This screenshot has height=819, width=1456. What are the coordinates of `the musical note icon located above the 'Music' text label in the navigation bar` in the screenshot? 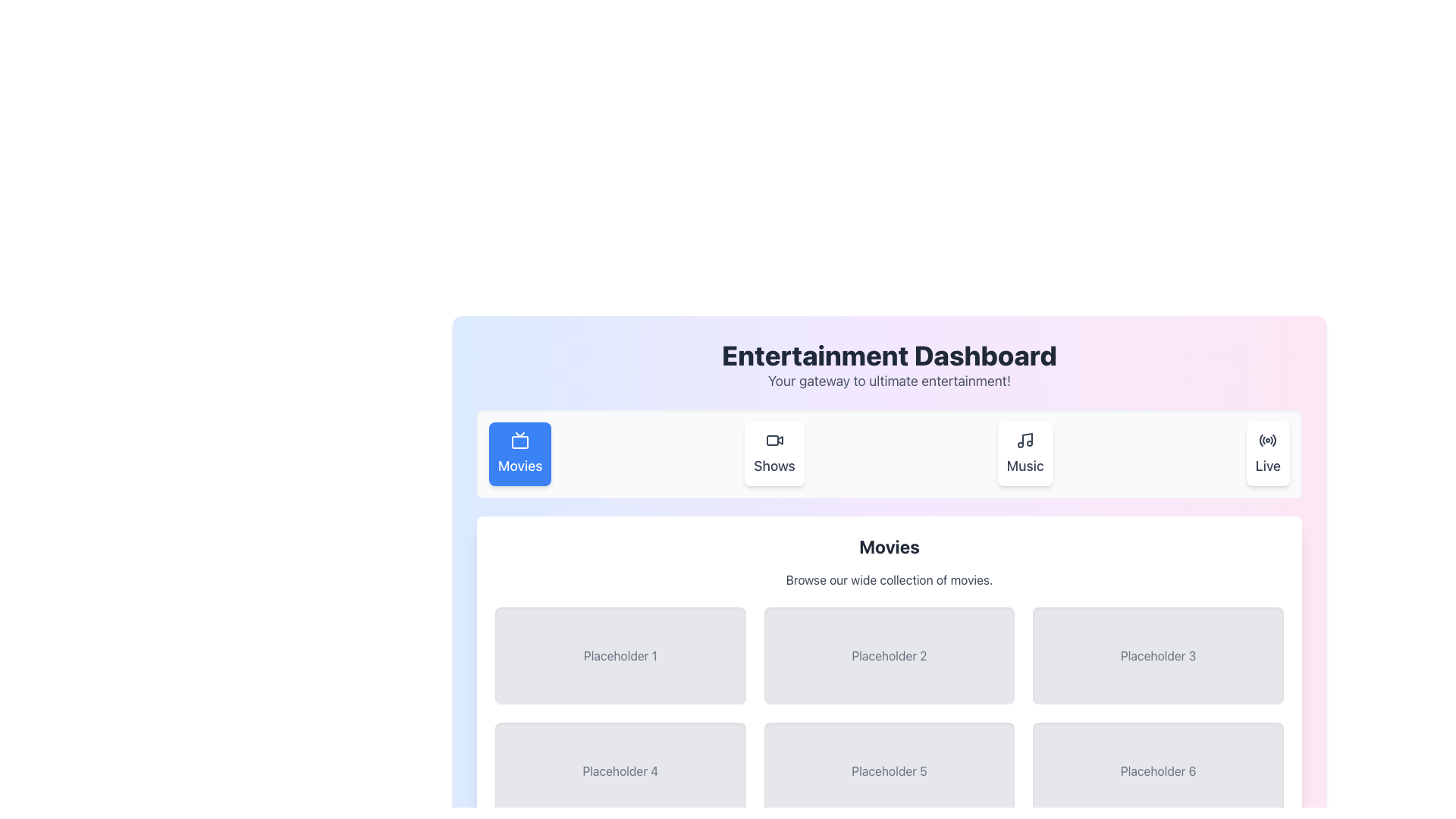 It's located at (1025, 441).